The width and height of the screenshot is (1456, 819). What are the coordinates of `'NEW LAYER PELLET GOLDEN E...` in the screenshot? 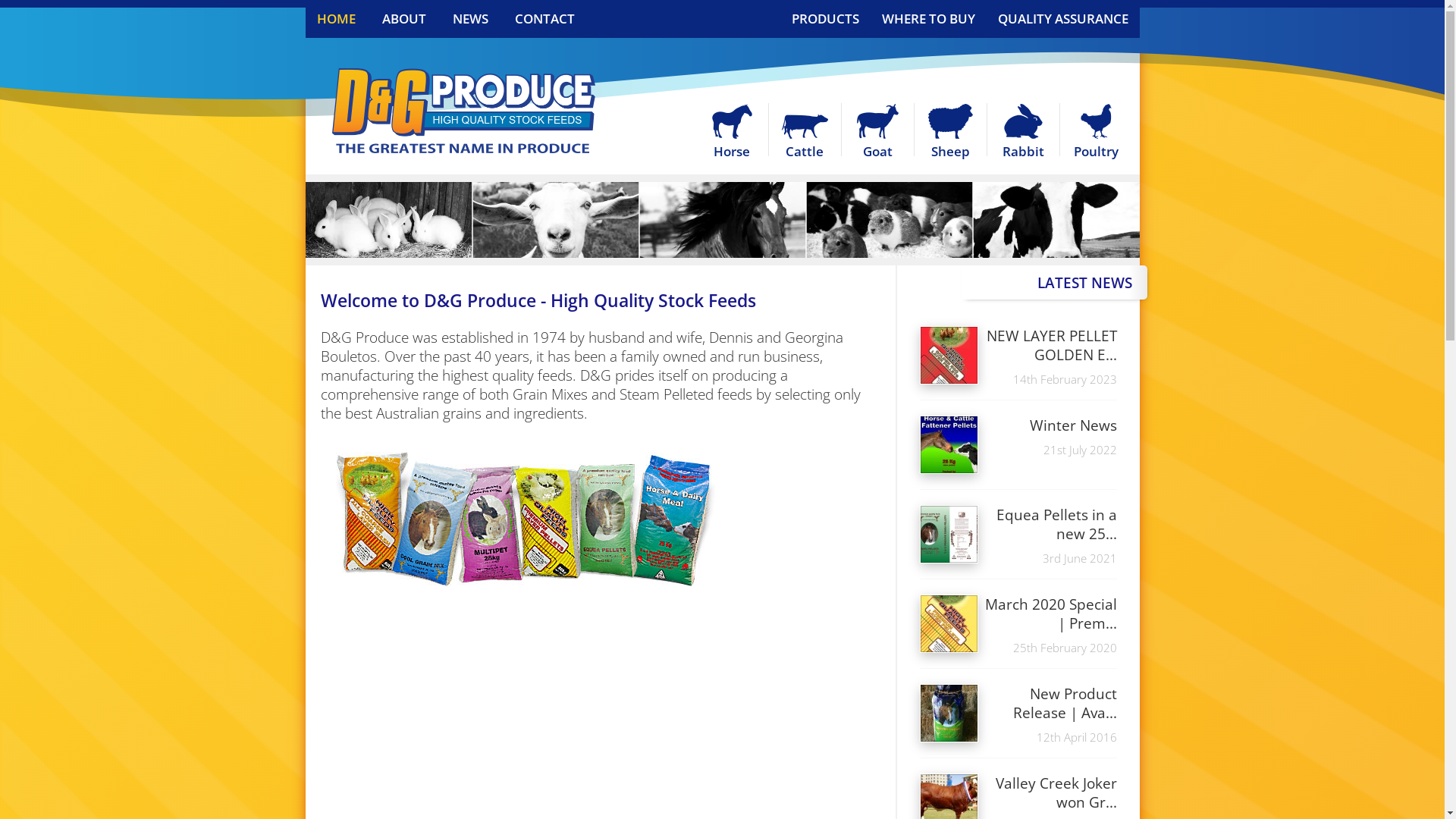 It's located at (1018, 356).